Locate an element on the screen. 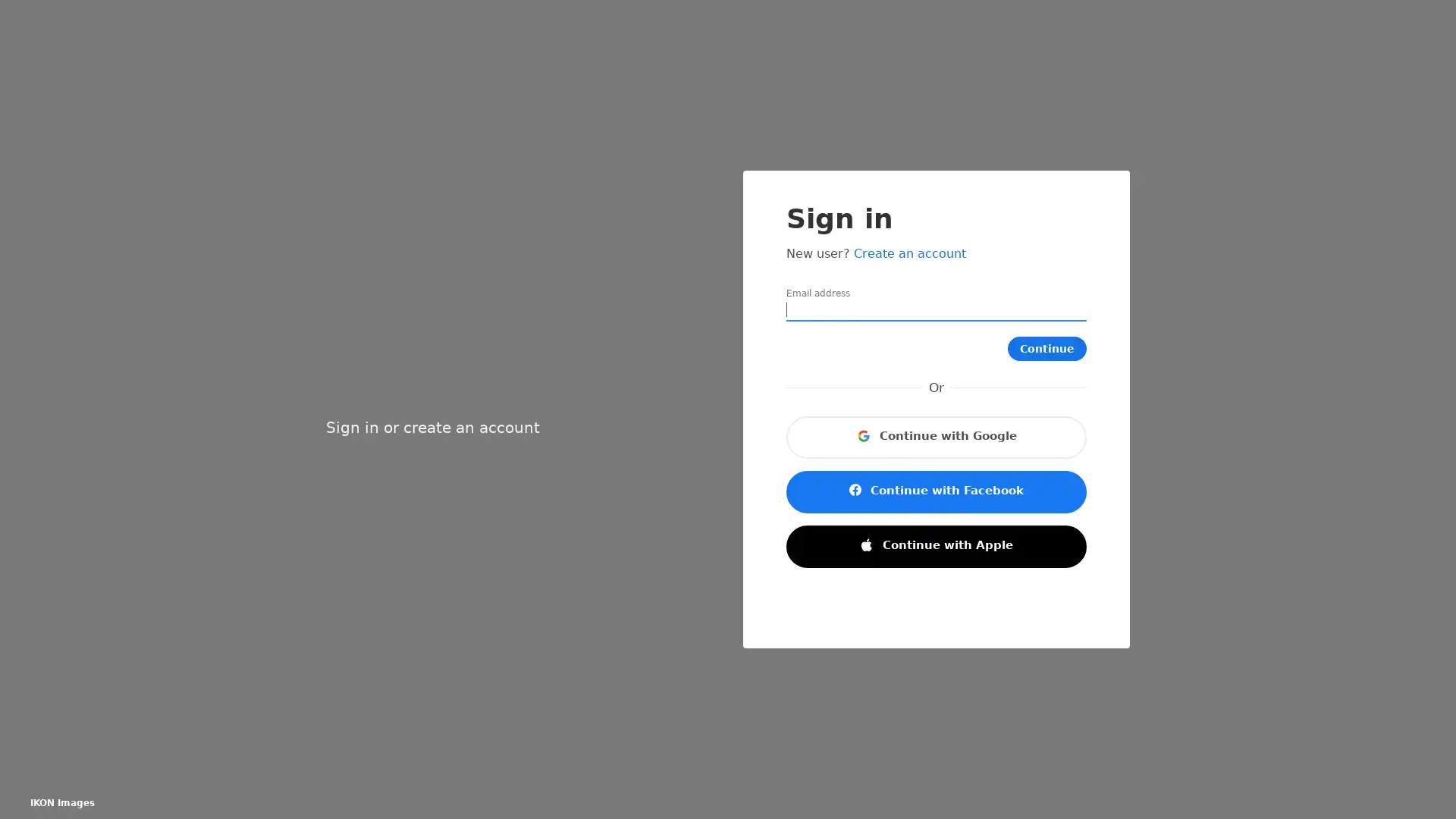 Image resolution: width=1456 pixels, height=819 pixels. Continue with Apple is located at coordinates (935, 547).